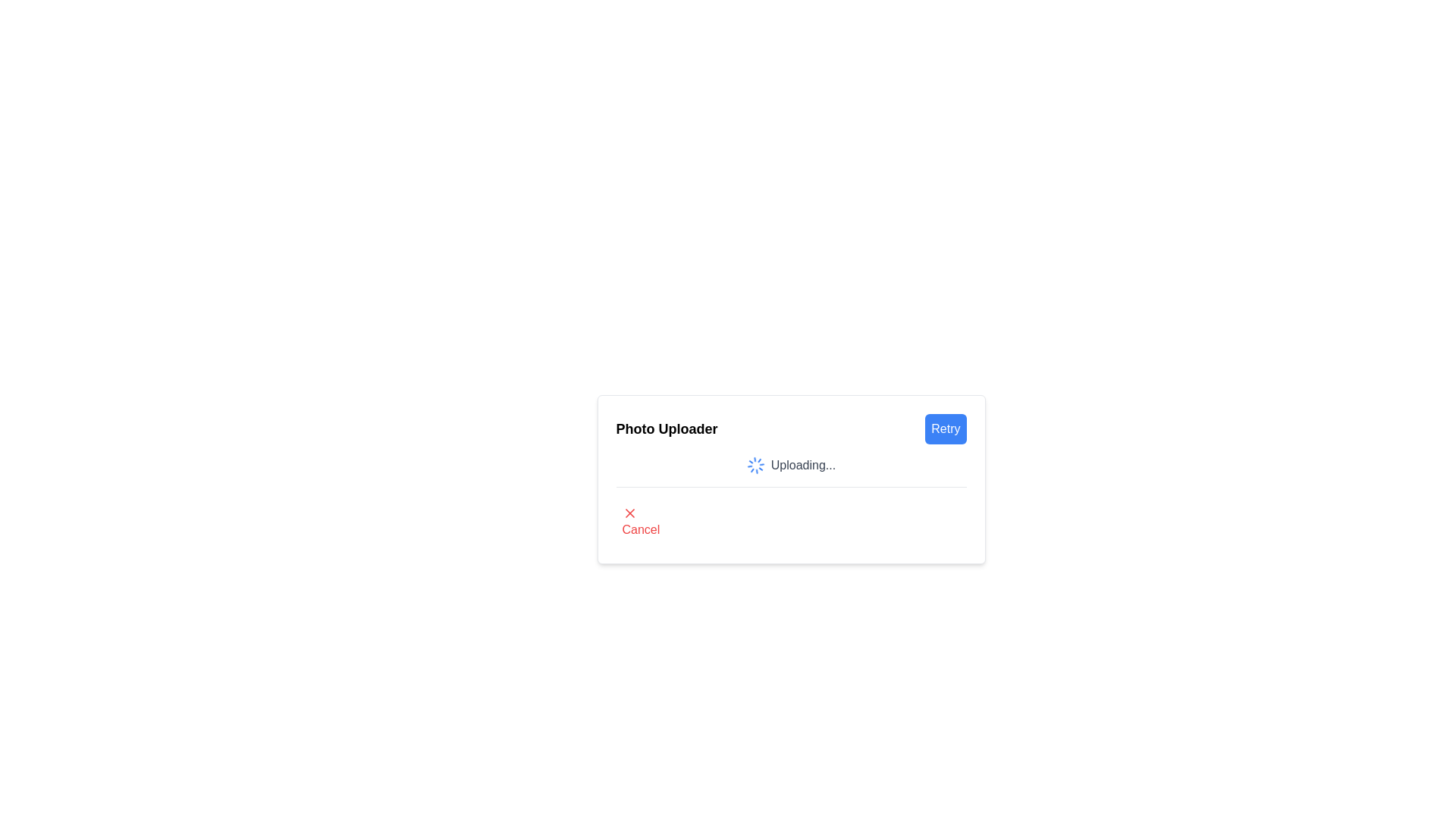 Image resolution: width=1456 pixels, height=819 pixels. I want to click on the red cross icon within the cancel button located at the bottom-left area of the interface, so click(629, 513).